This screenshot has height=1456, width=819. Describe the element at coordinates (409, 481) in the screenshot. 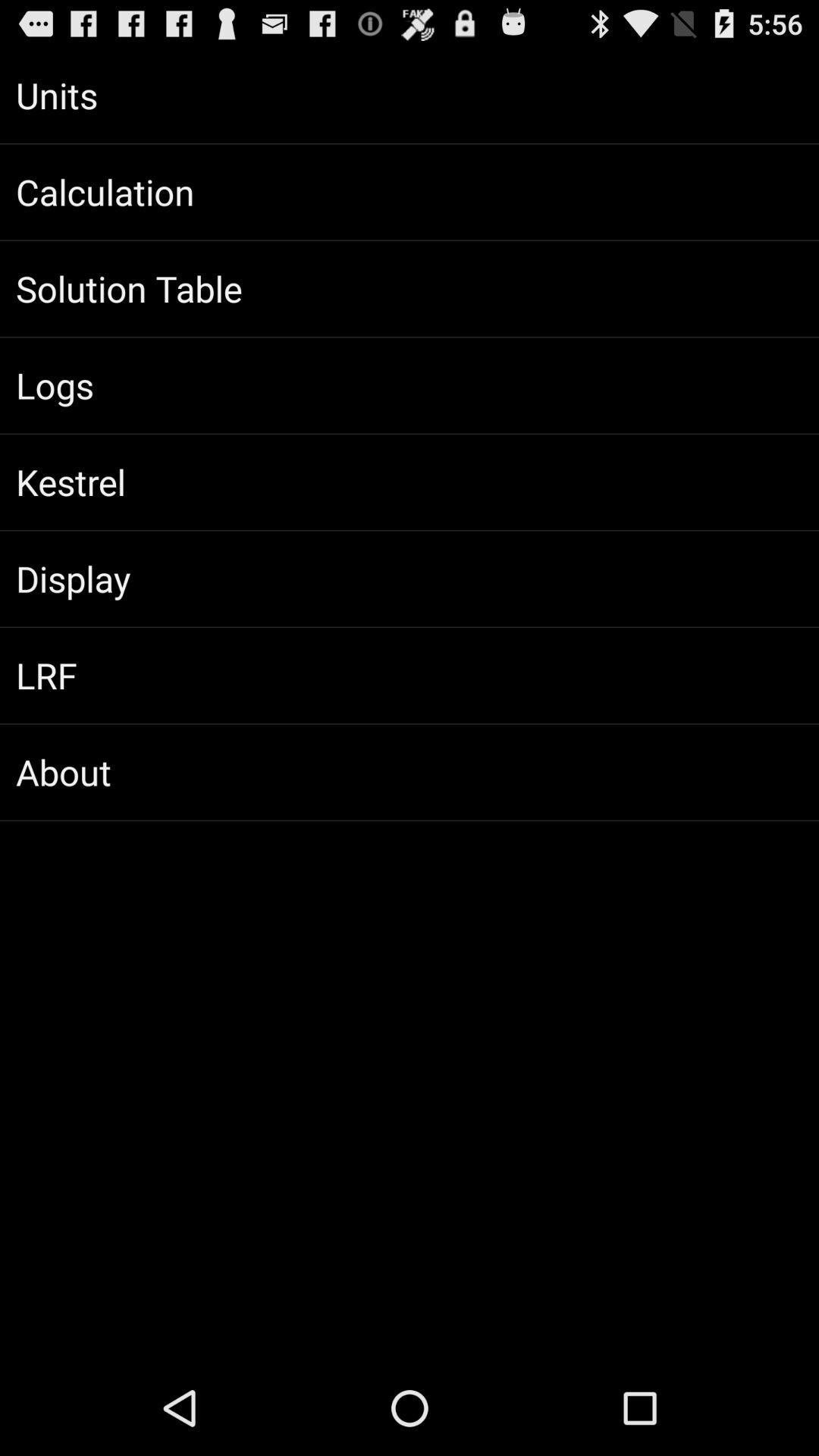

I see `kestrel app` at that location.